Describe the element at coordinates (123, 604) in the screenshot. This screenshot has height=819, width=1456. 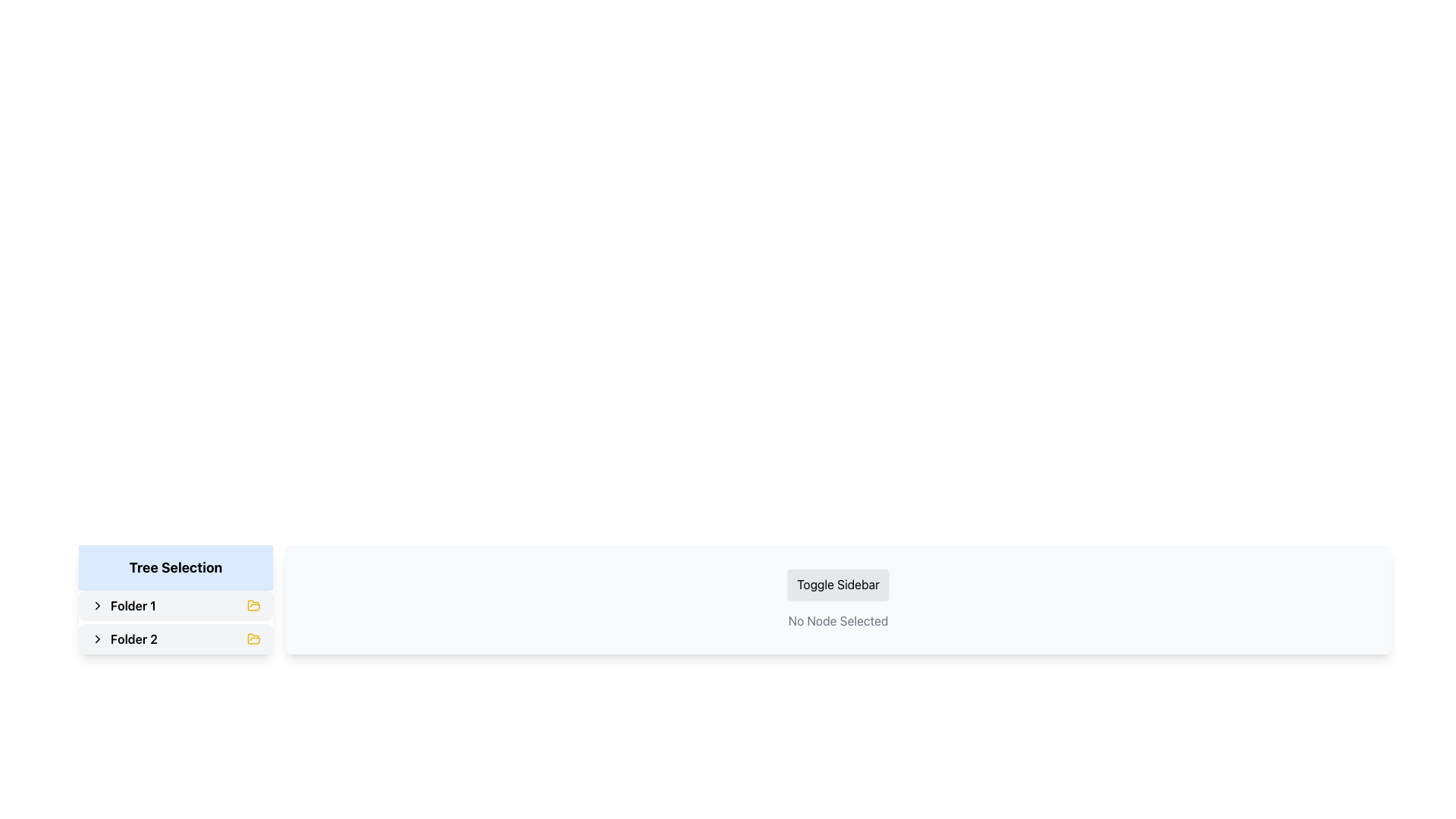
I see `the 'Folder 1' text label in the sidebar menu under the 'Tree Selection' section` at that location.